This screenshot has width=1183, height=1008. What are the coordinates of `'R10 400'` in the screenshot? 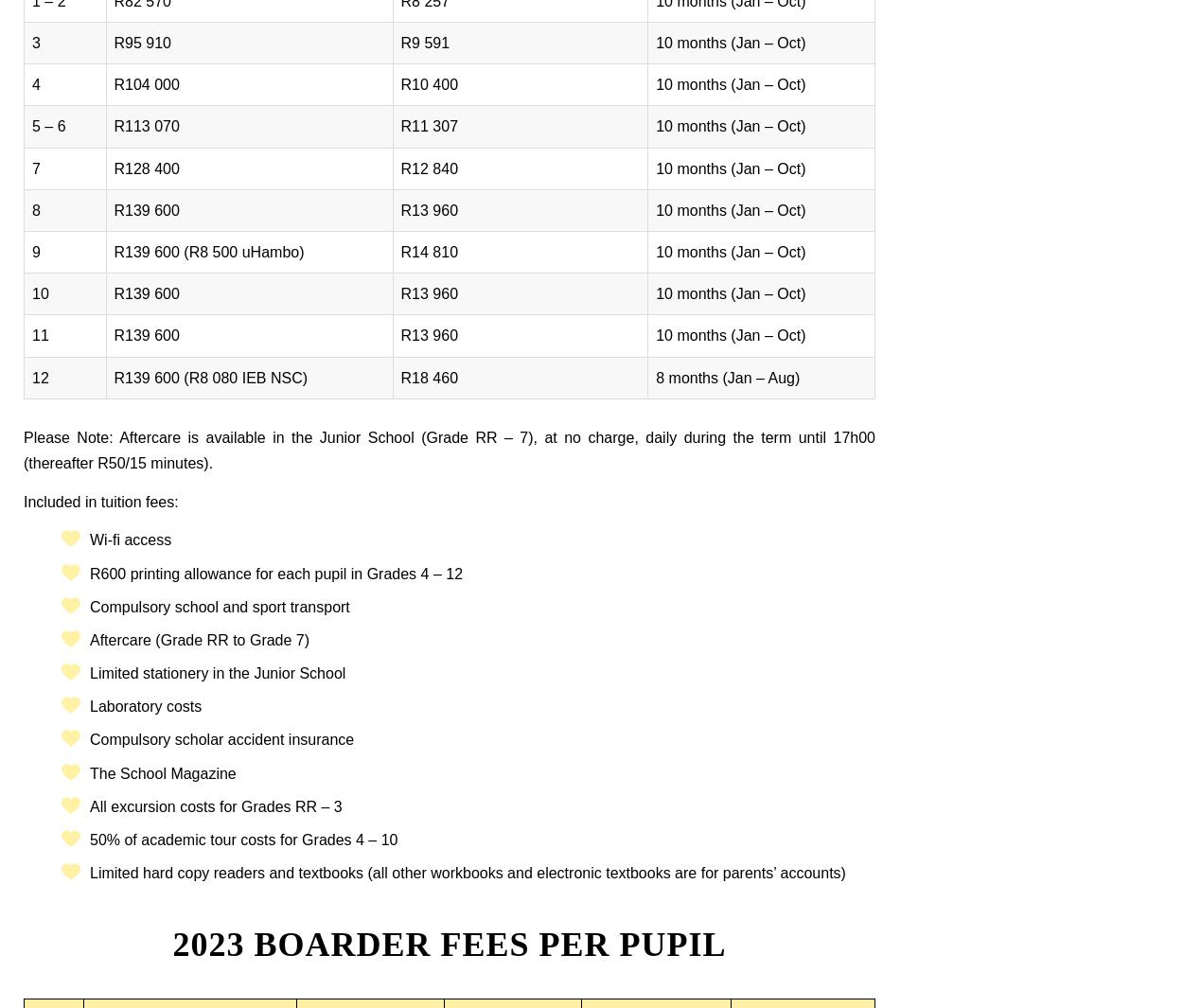 It's located at (428, 83).